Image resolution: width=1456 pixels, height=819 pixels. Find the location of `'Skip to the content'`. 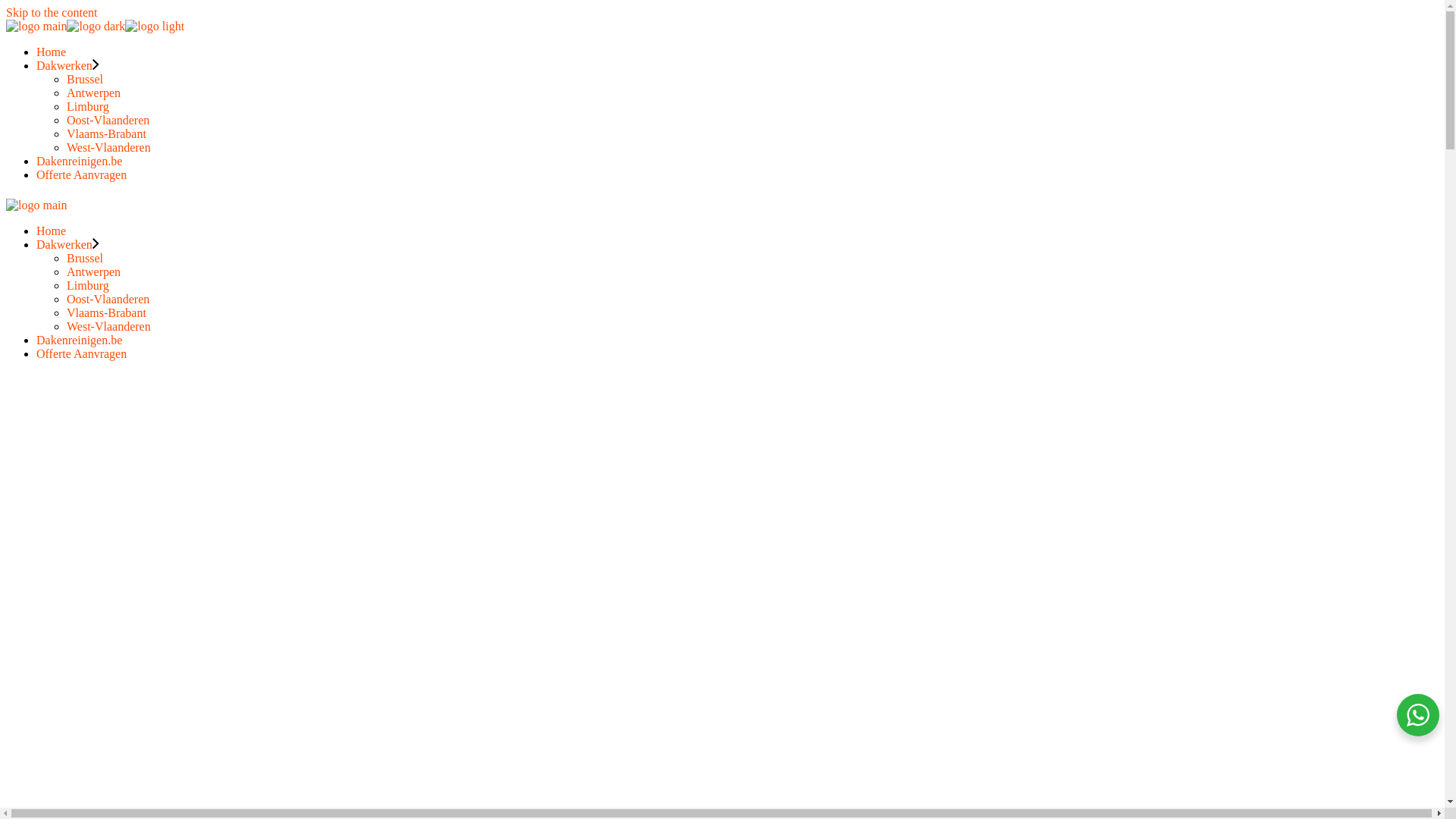

'Skip to the content' is located at coordinates (51, 12).